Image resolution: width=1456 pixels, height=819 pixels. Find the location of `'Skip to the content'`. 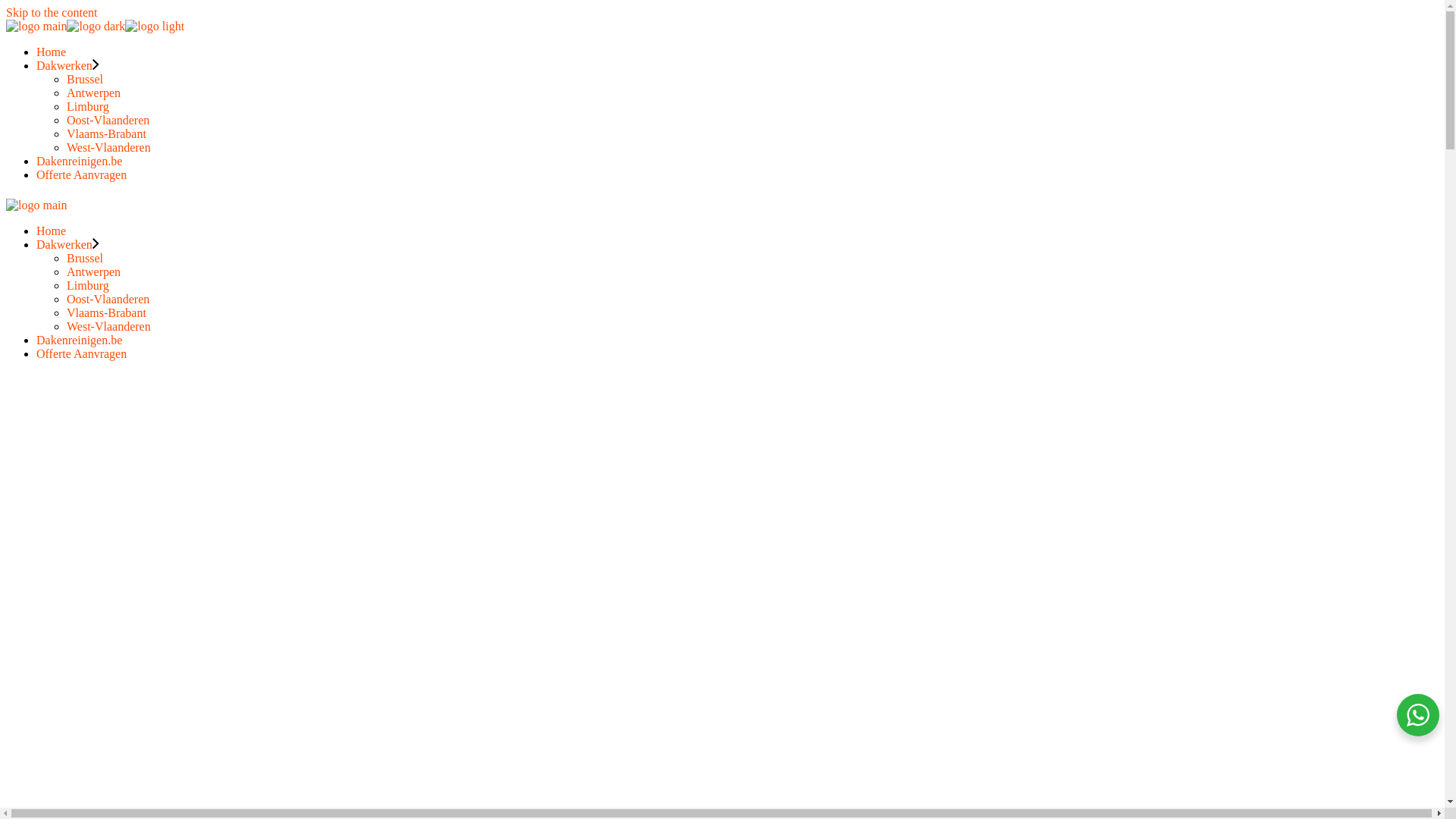

'Skip to the content' is located at coordinates (51, 12).